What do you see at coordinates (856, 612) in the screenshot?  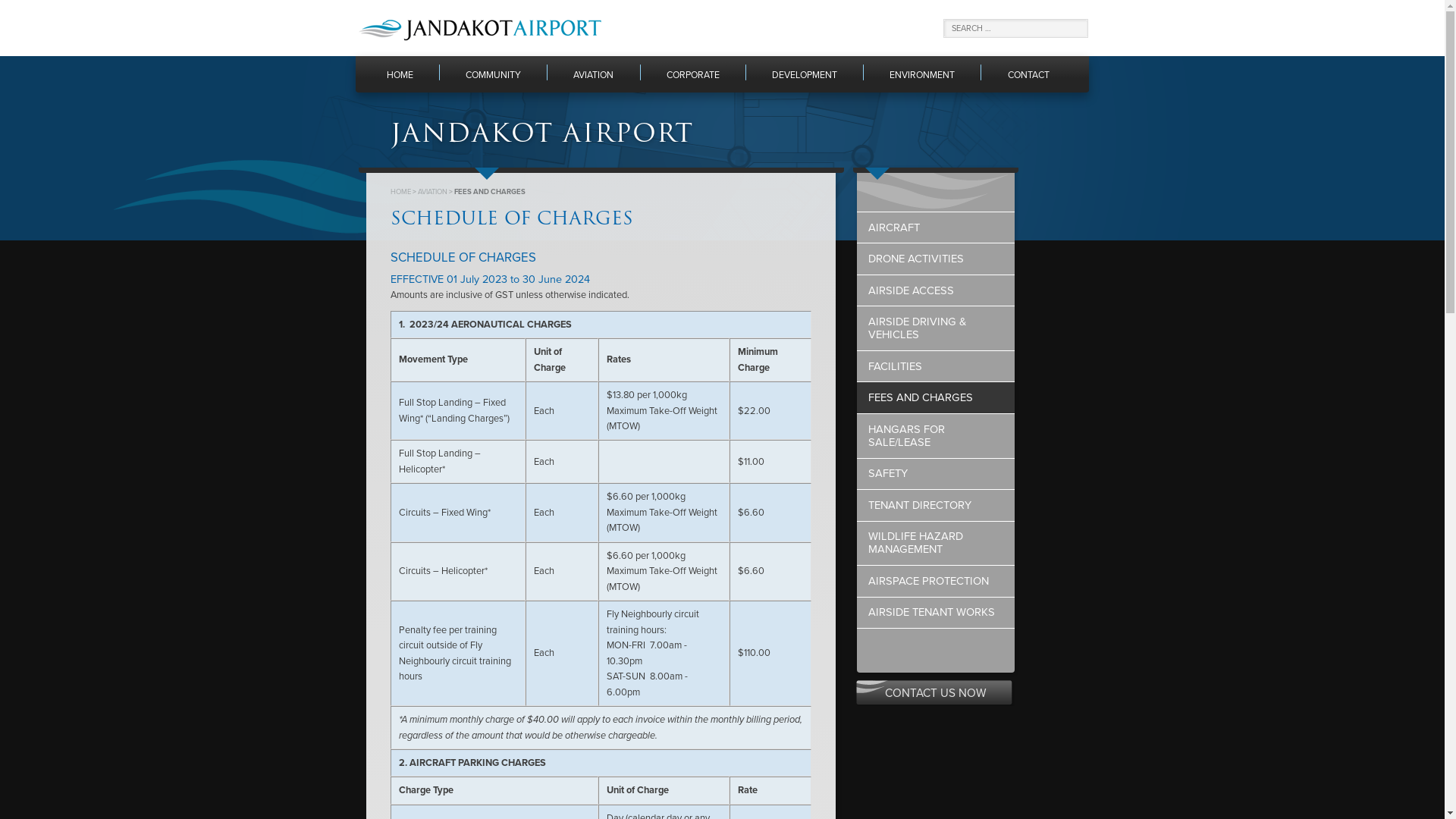 I see `'AIRSIDE TENANT WORKS'` at bounding box center [856, 612].